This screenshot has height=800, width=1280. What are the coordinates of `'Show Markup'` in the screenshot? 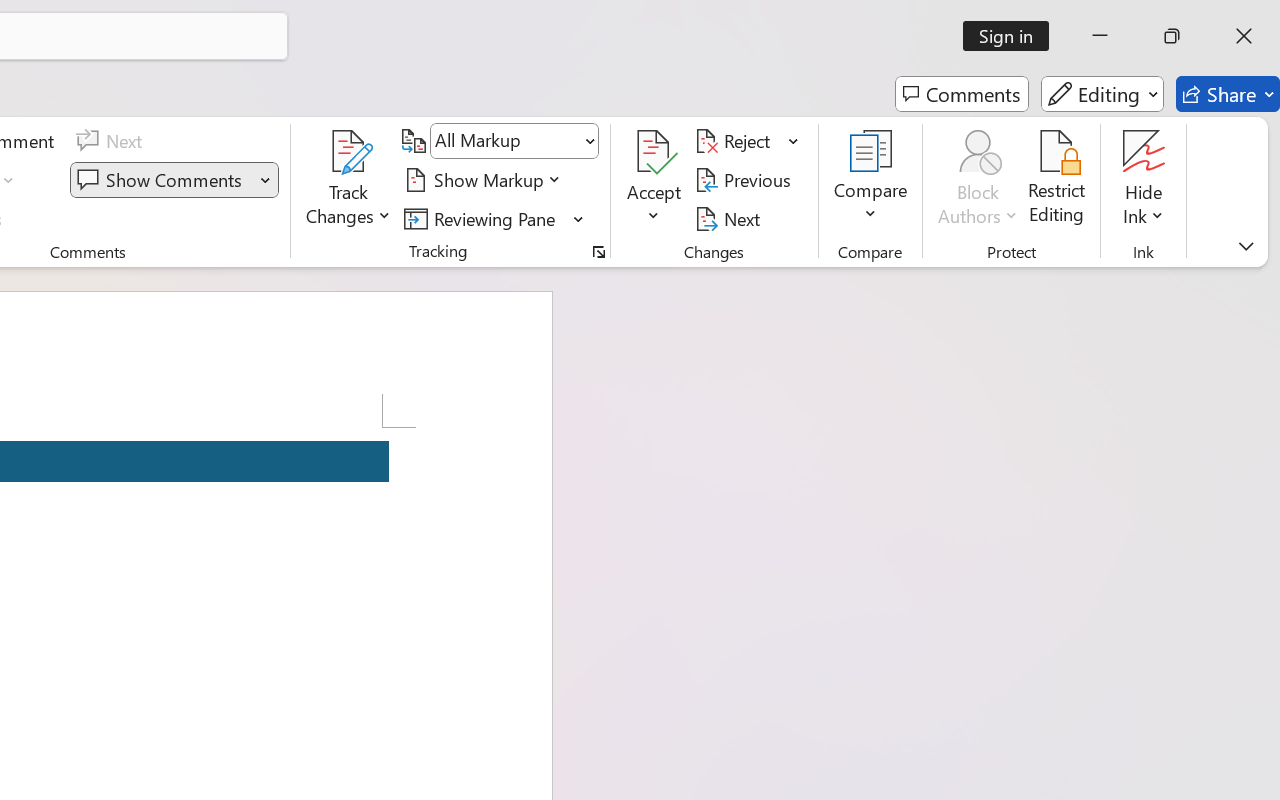 It's located at (485, 179).